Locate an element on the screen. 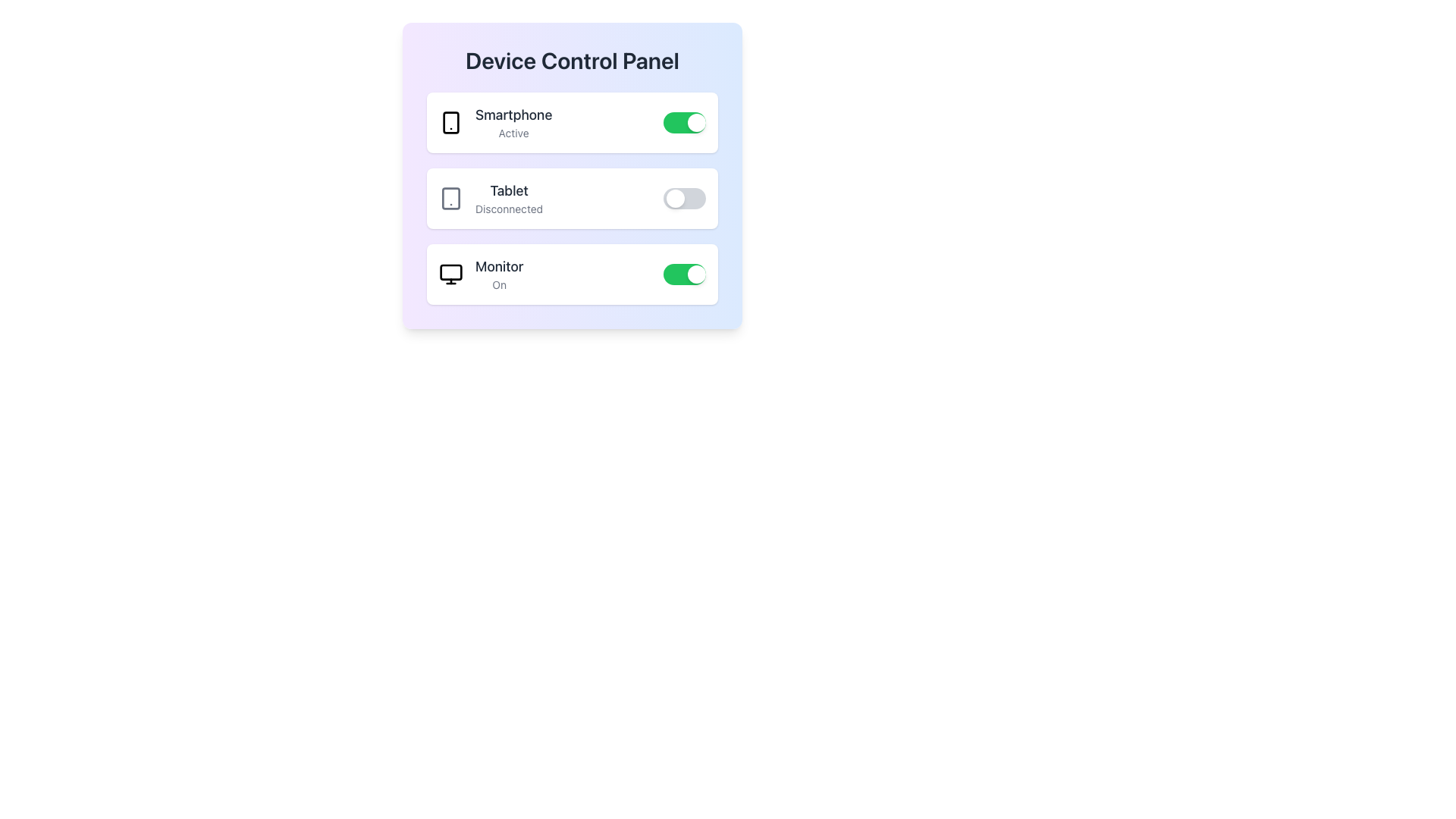  the Text label displaying the connection status of the tablet, located in the second row of the Device Control Panel, next to the tablet icon and the toggle switch is located at coordinates (509, 198).